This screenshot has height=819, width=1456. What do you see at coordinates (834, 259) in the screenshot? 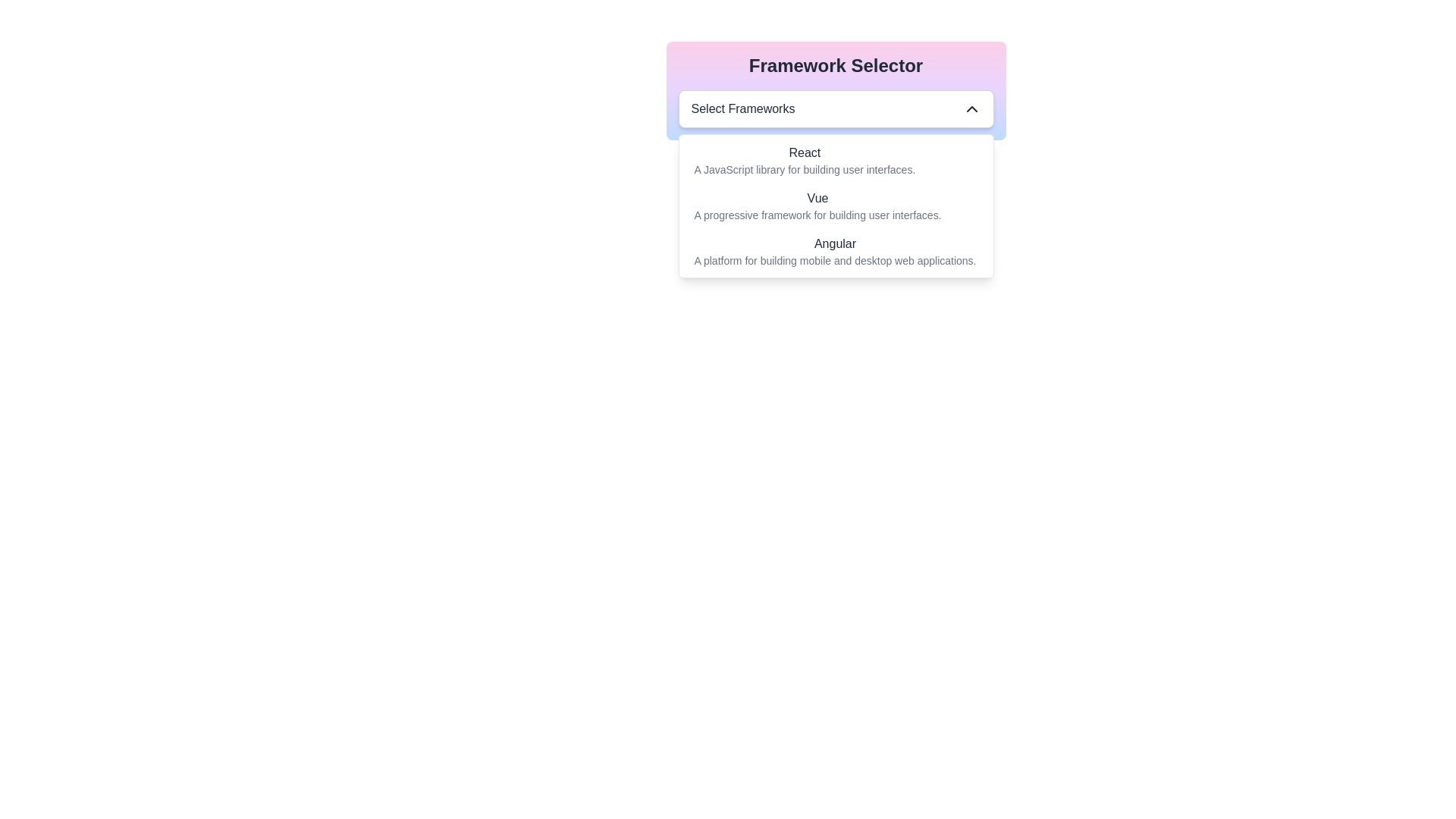
I see `the text label that provides a brief description of the Angular framework, located in the dropdown menu under 'Angular' as the second line of text` at bounding box center [834, 259].